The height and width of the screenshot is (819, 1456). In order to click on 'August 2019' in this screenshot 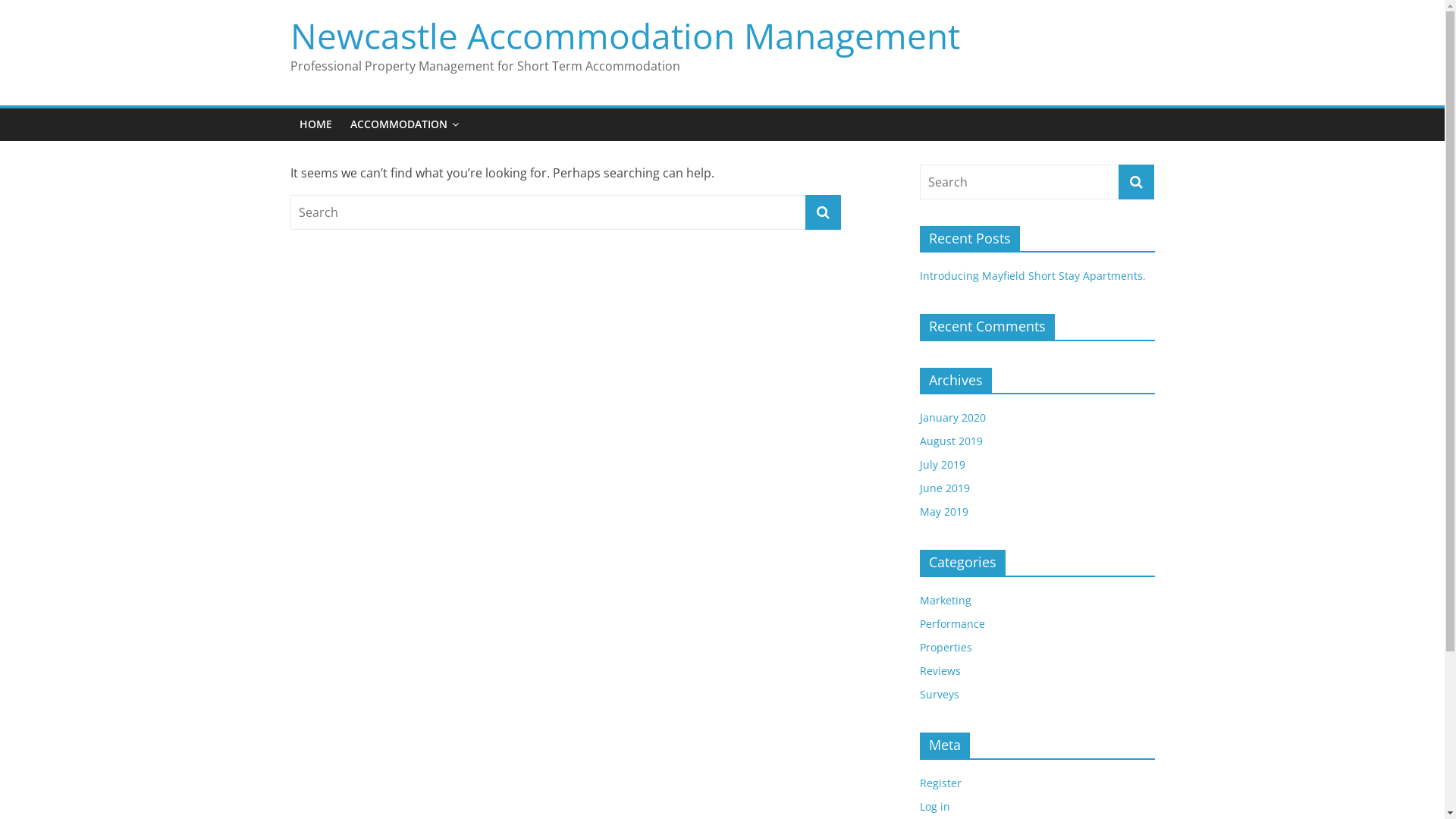, I will do `click(949, 441)`.